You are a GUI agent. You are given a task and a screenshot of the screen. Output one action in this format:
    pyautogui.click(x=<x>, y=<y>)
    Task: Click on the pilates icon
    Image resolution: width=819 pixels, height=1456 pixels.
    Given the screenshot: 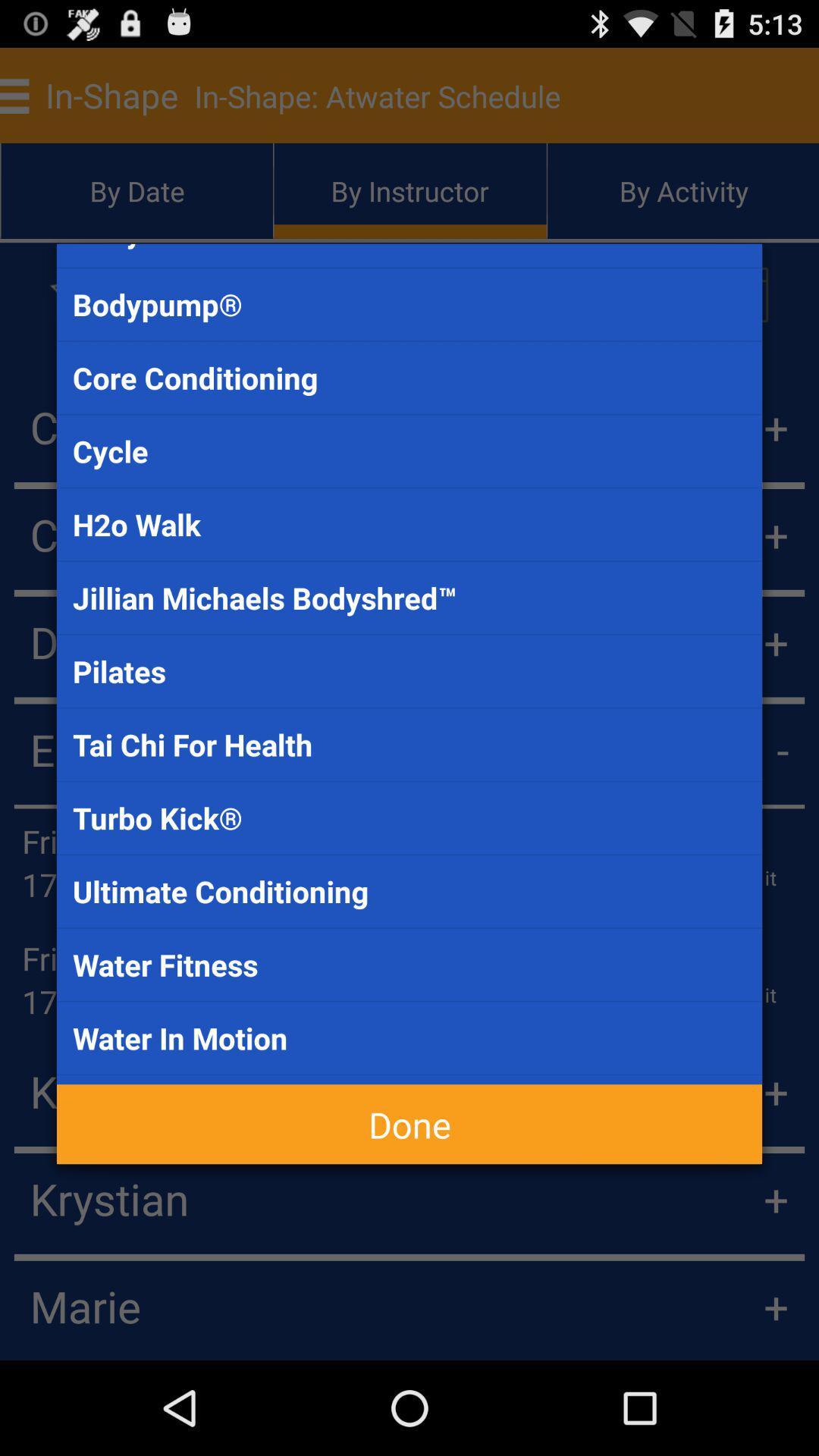 What is the action you would take?
    pyautogui.click(x=409, y=670)
    